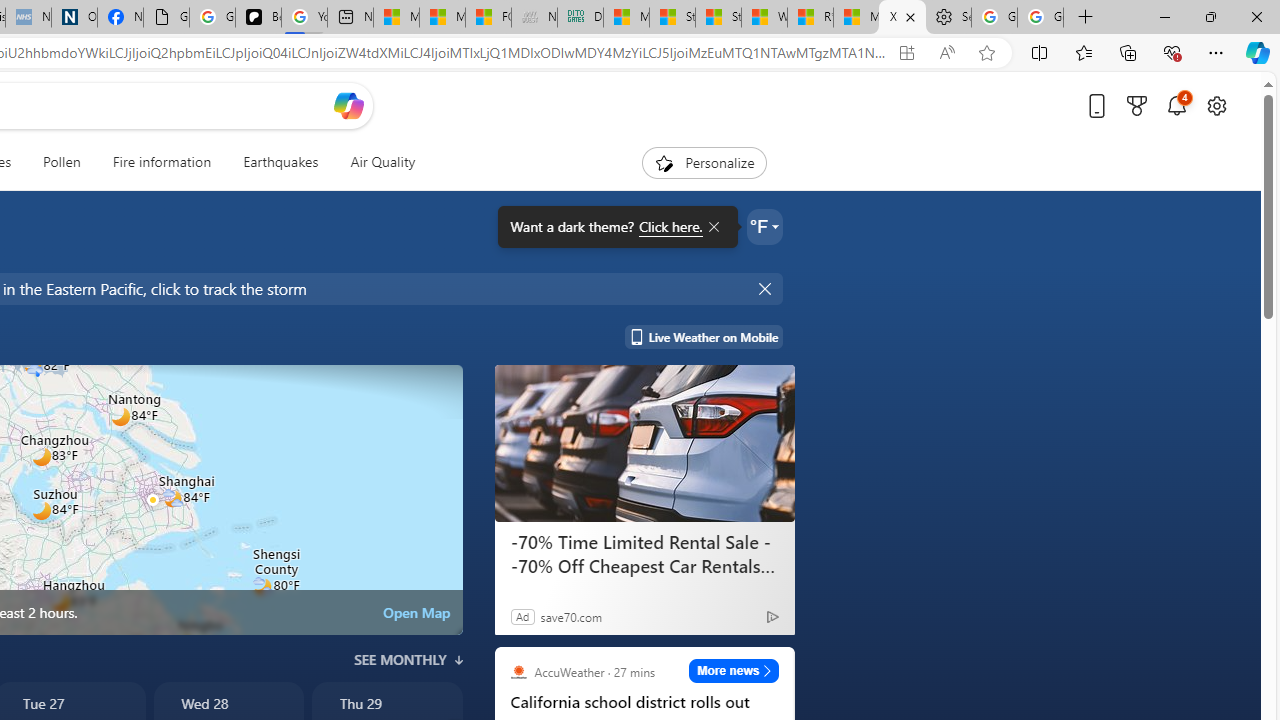  What do you see at coordinates (279, 162) in the screenshot?
I see `'Earthquakes'` at bounding box center [279, 162].